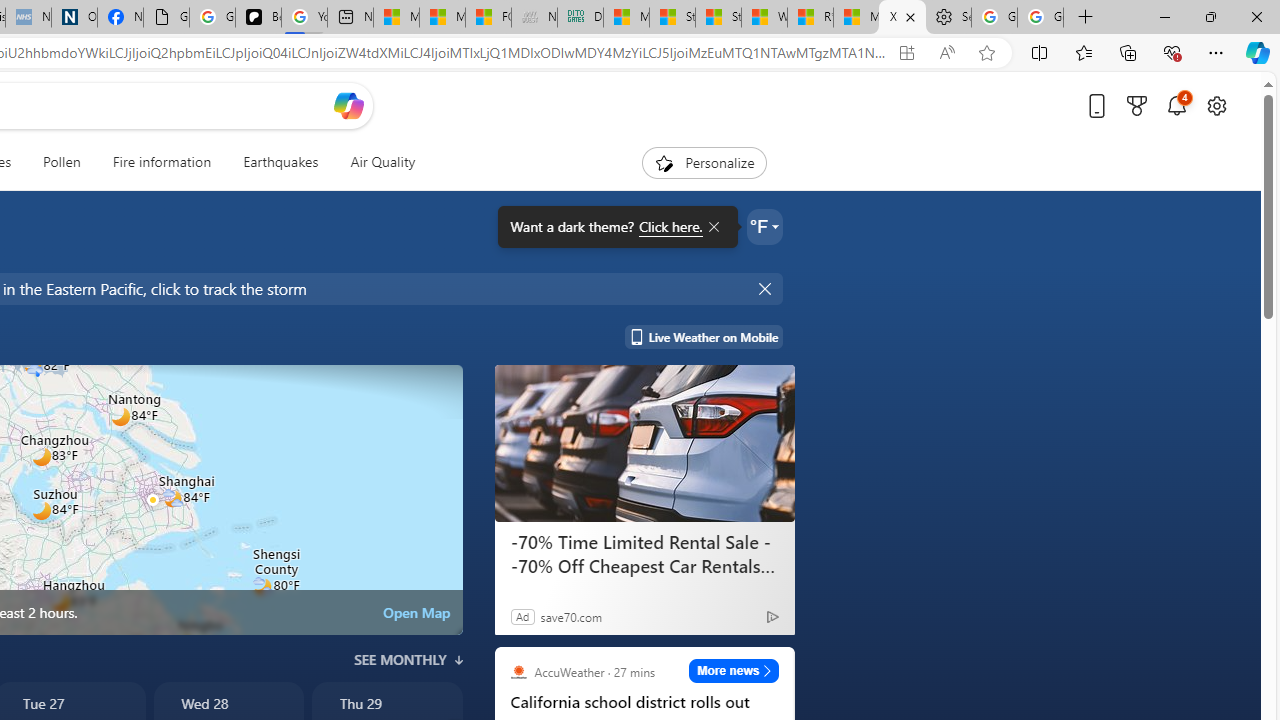  What do you see at coordinates (279, 162) in the screenshot?
I see `'Earthquakes'` at bounding box center [279, 162].